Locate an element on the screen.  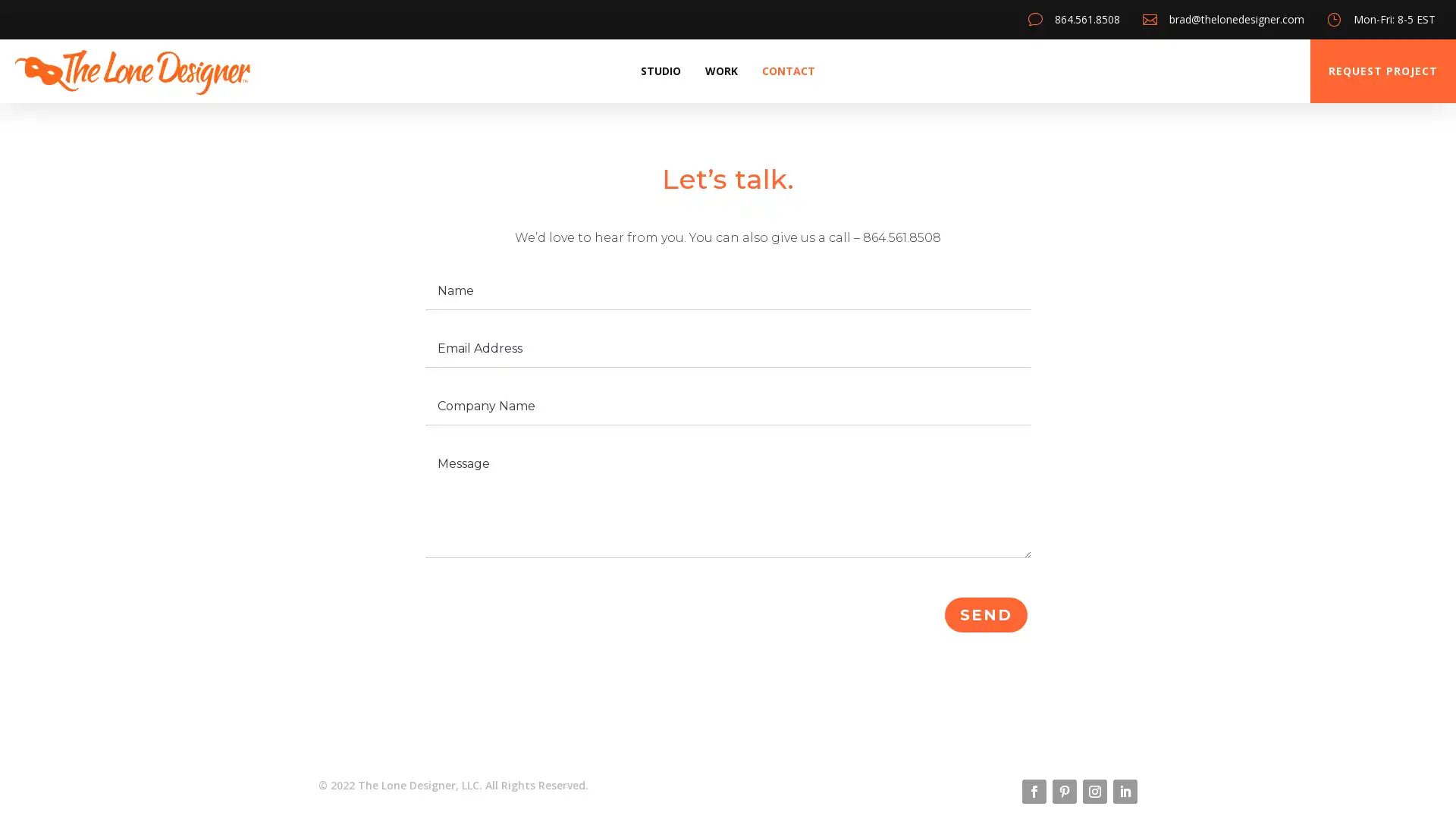
SEND E is located at coordinates (986, 614).